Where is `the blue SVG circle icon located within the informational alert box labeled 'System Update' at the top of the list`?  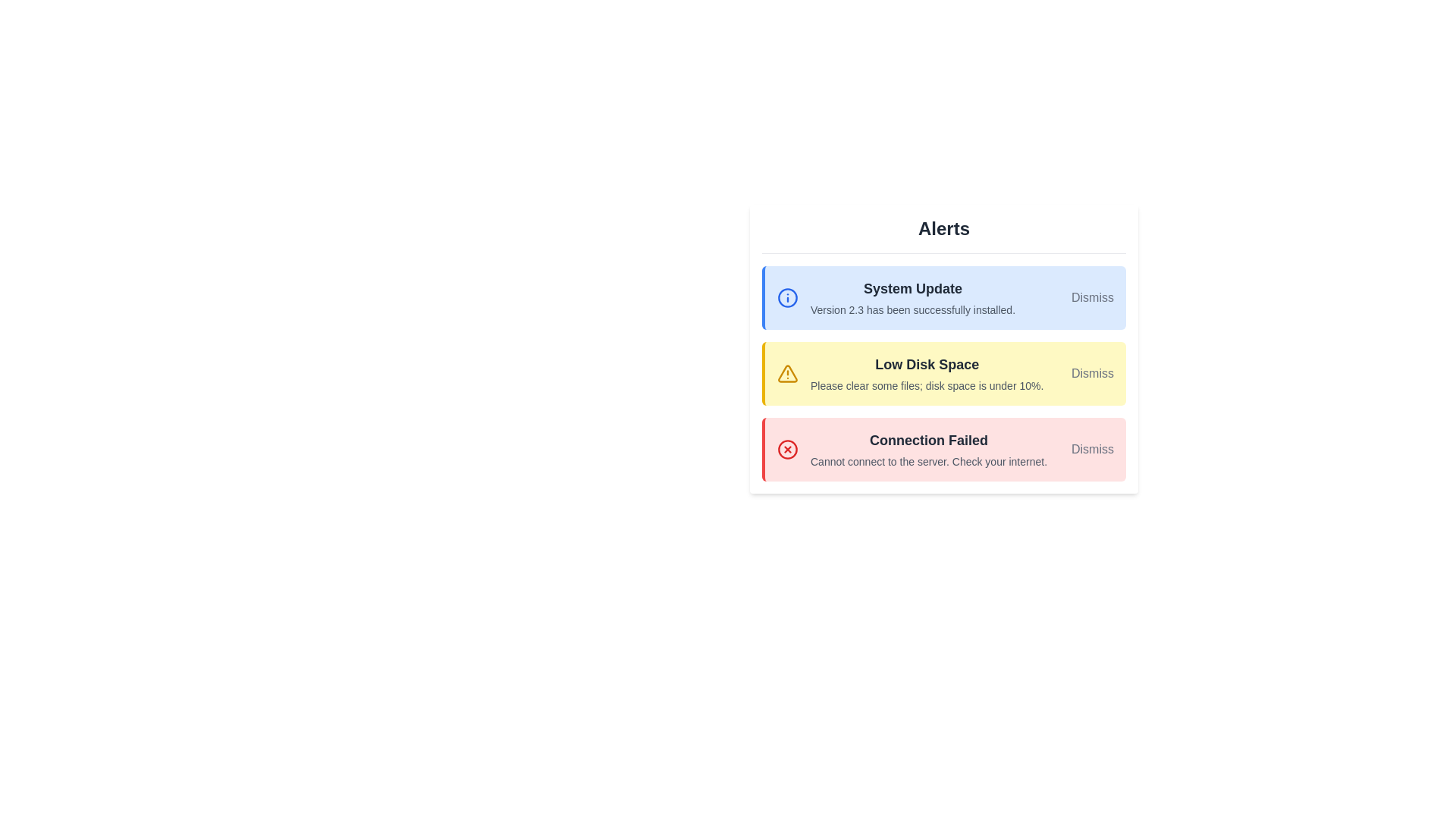
the blue SVG circle icon located within the informational alert box labeled 'System Update' at the top of the list is located at coordinates (787, 298).